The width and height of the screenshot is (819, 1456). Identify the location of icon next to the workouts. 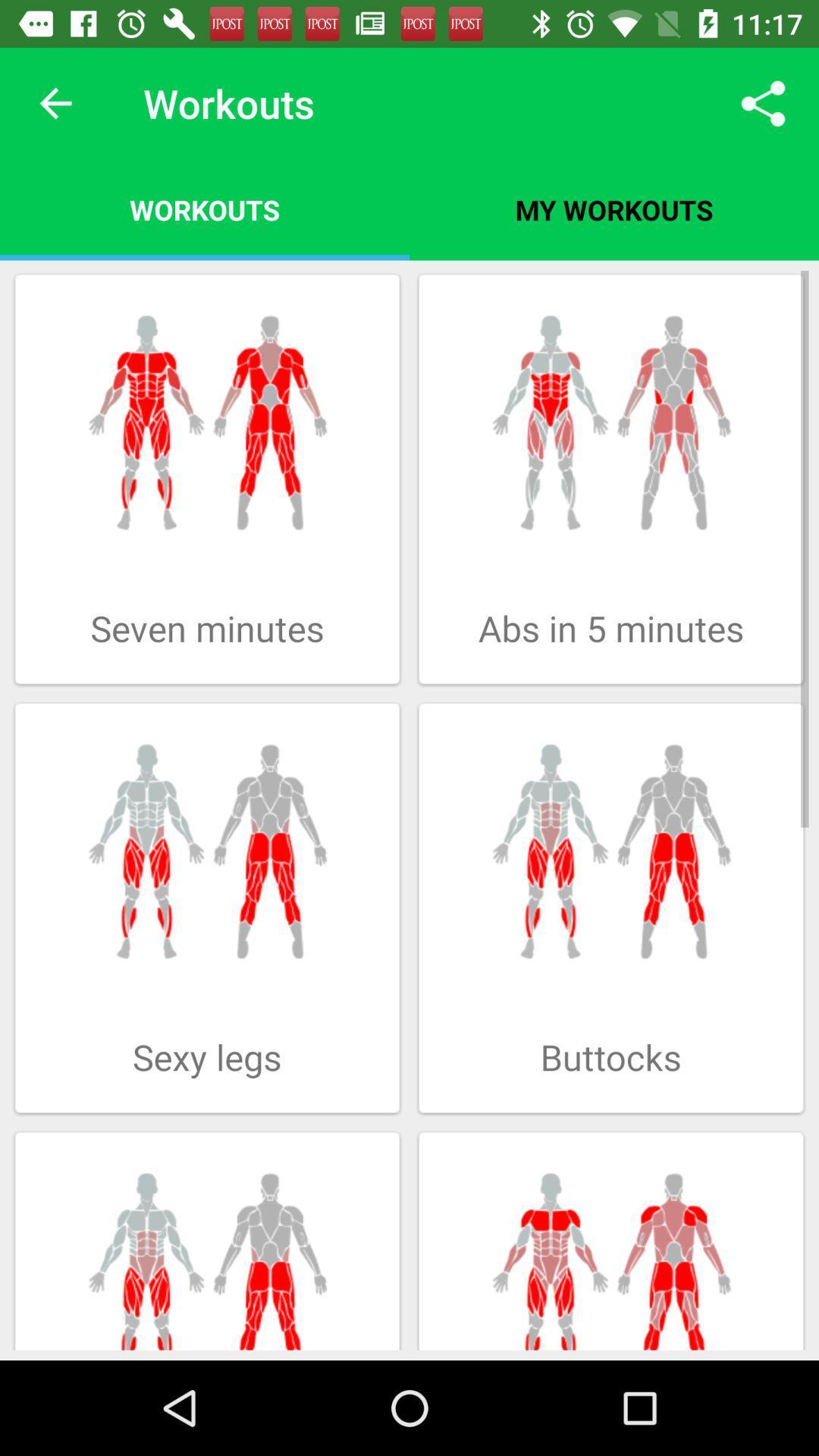
(614, 209).